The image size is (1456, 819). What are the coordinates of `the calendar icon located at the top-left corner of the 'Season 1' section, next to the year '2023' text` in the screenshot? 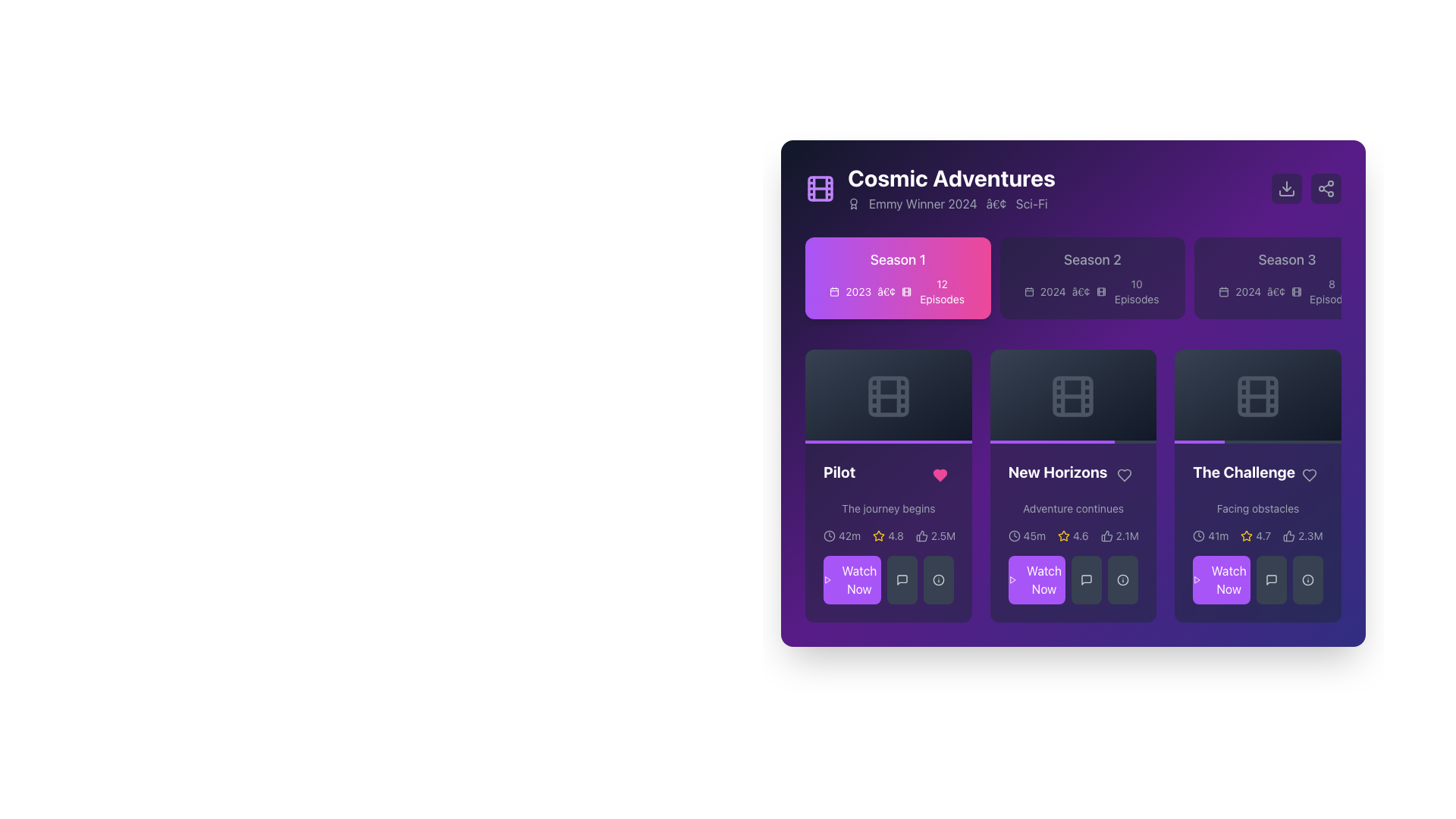 It's located at (833, 292).